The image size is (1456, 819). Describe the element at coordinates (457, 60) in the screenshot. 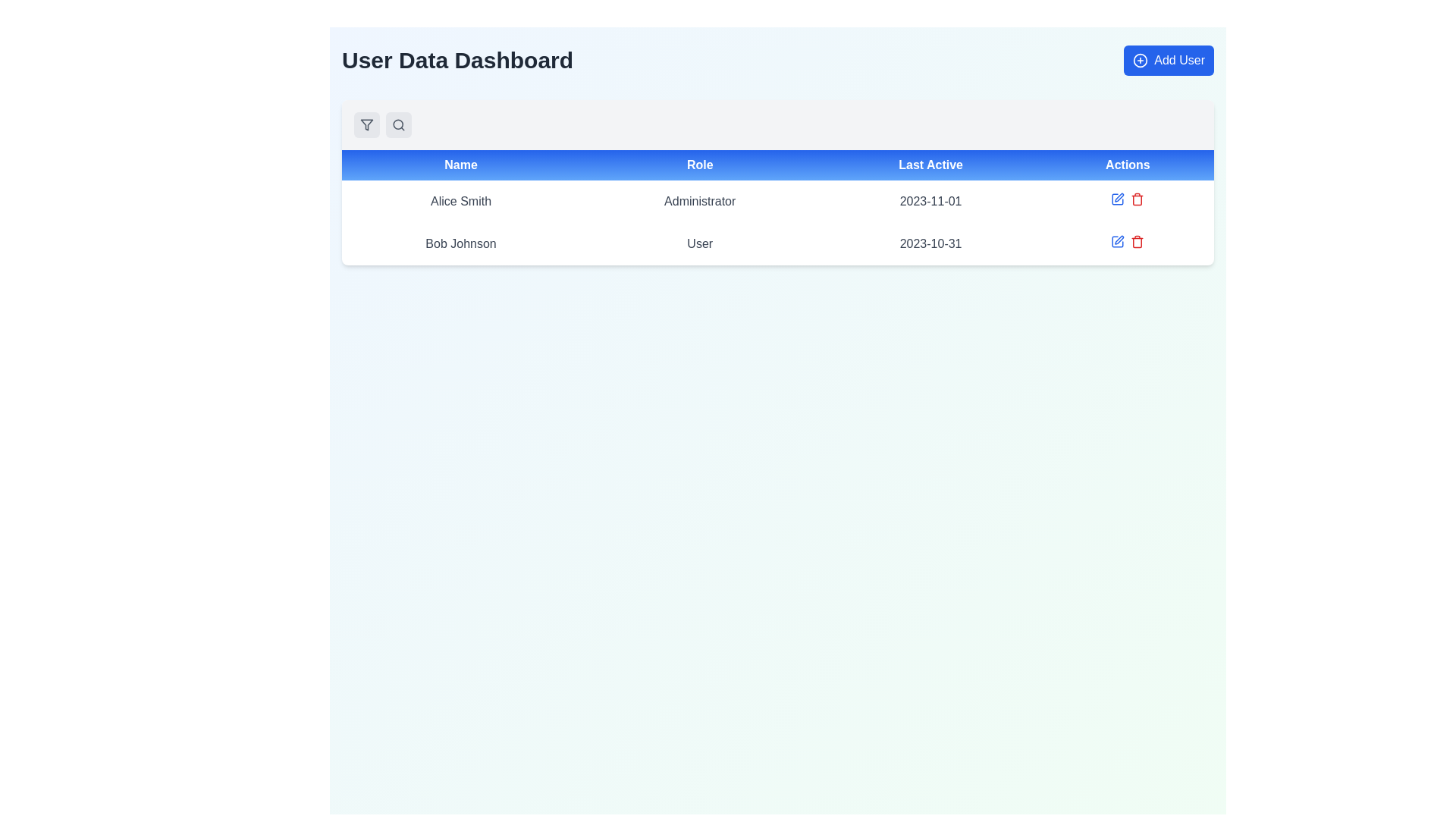

I see `the heading or title text located at the top-left corner of the interface, which identifies the purpose of the dashboard for user data` at that location.